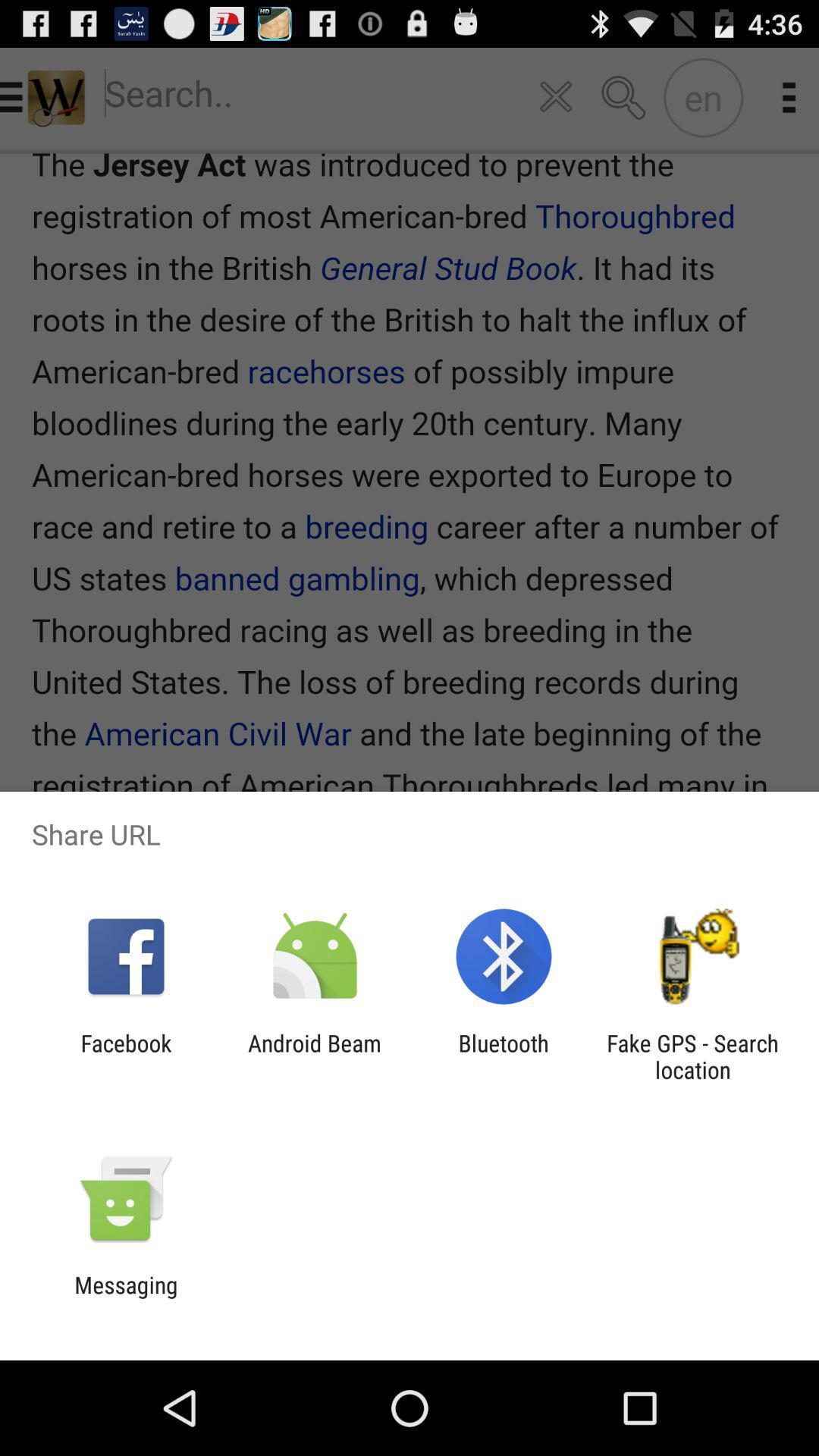 Image resolution: width=819 pixels, height=1456 pixels. I want to click on the item to the right of the android beam icon, so click(504, 1056).